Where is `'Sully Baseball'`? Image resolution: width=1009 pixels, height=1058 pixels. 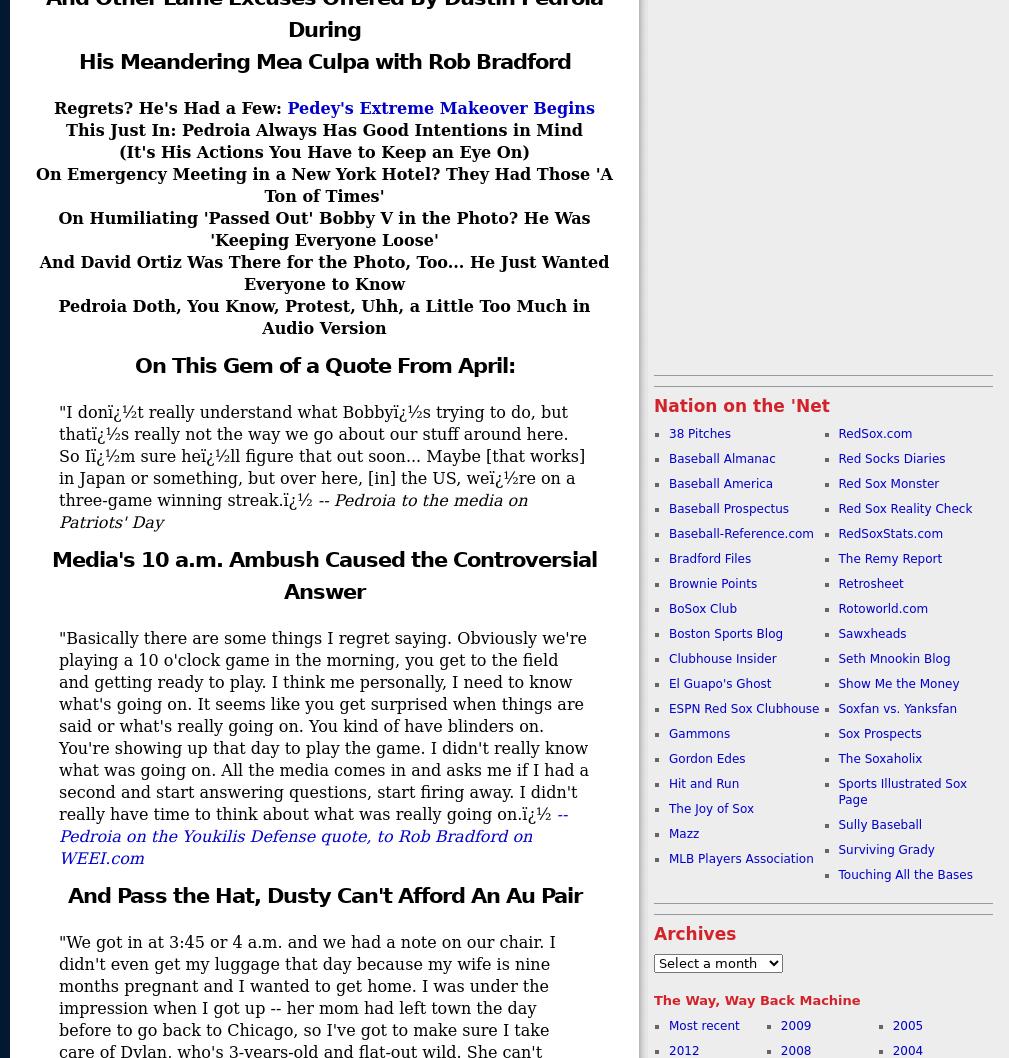 'Sully Baseball' is located at coordinates (880, 824).